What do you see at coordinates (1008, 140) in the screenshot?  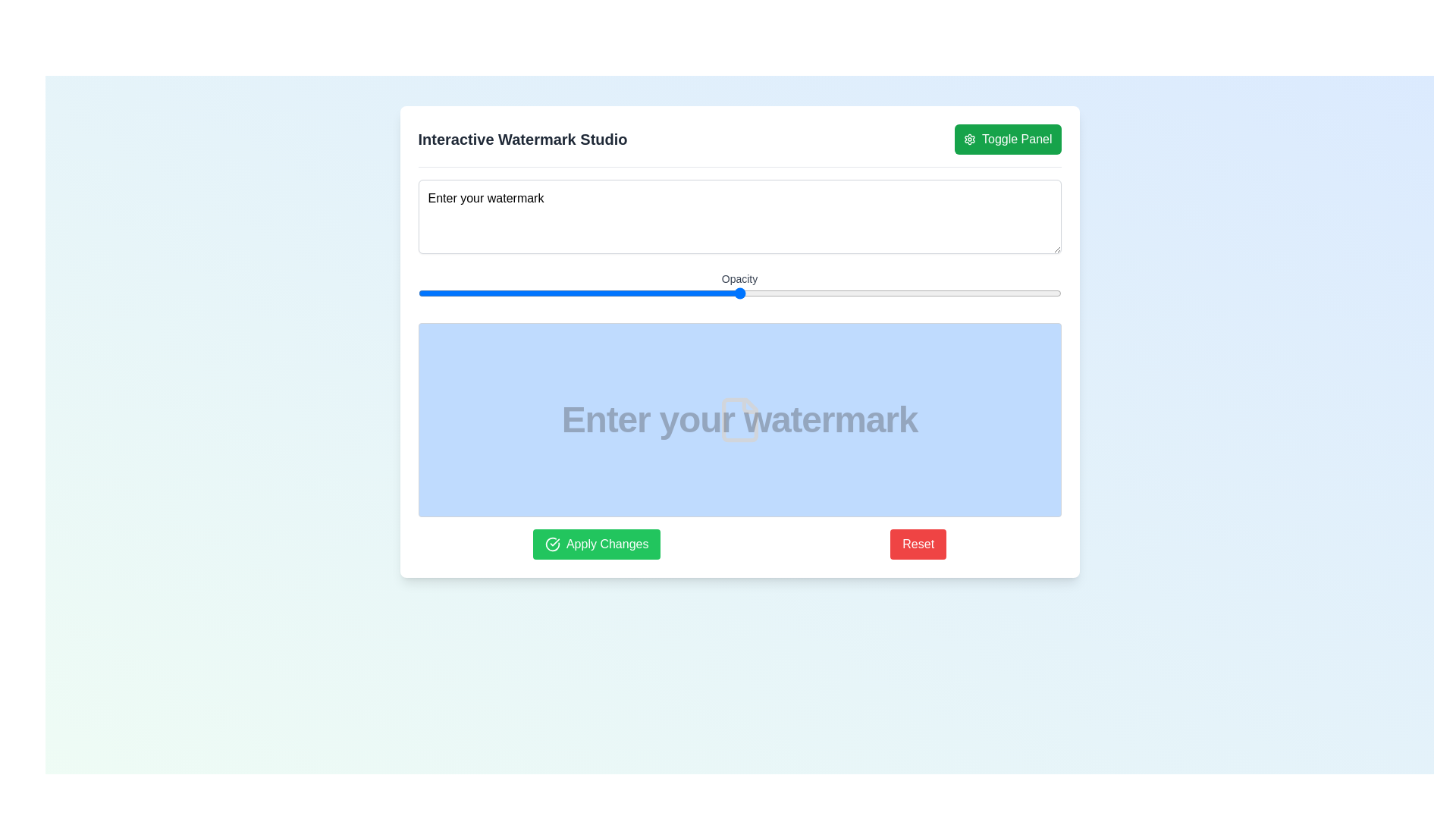 I see `the green button labeled 'Toggle Panel' with a gear icon` at bounding box center [1008, 140].